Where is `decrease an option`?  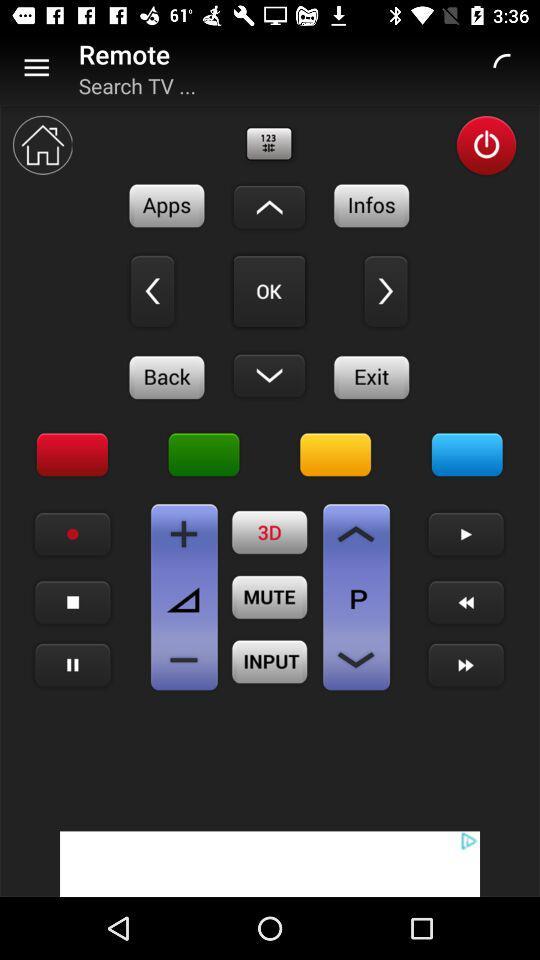
decrease an option is located at coordinates (355, 659).